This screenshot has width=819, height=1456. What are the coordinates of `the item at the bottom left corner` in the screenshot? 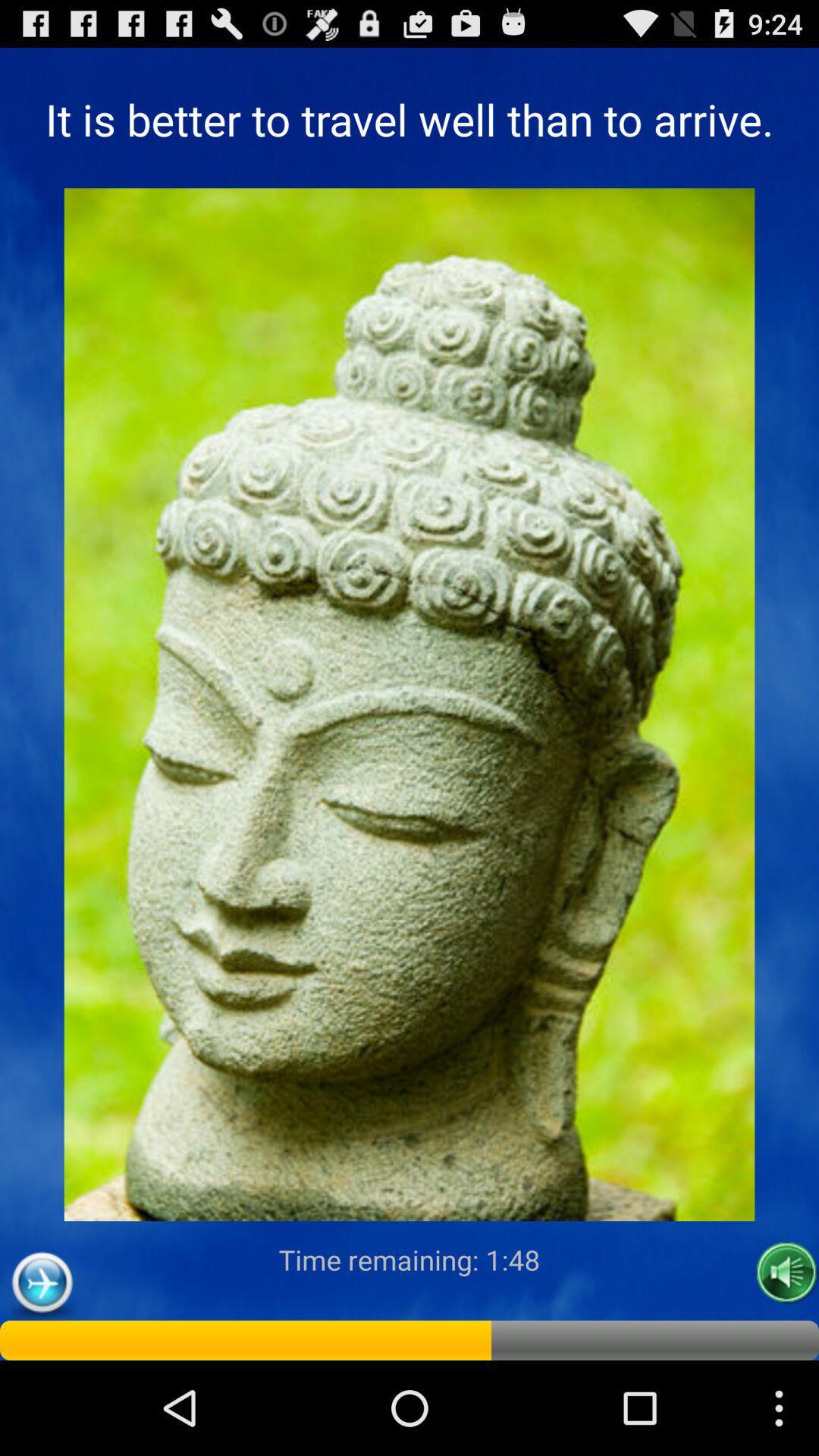 It's located at (41, 1282).